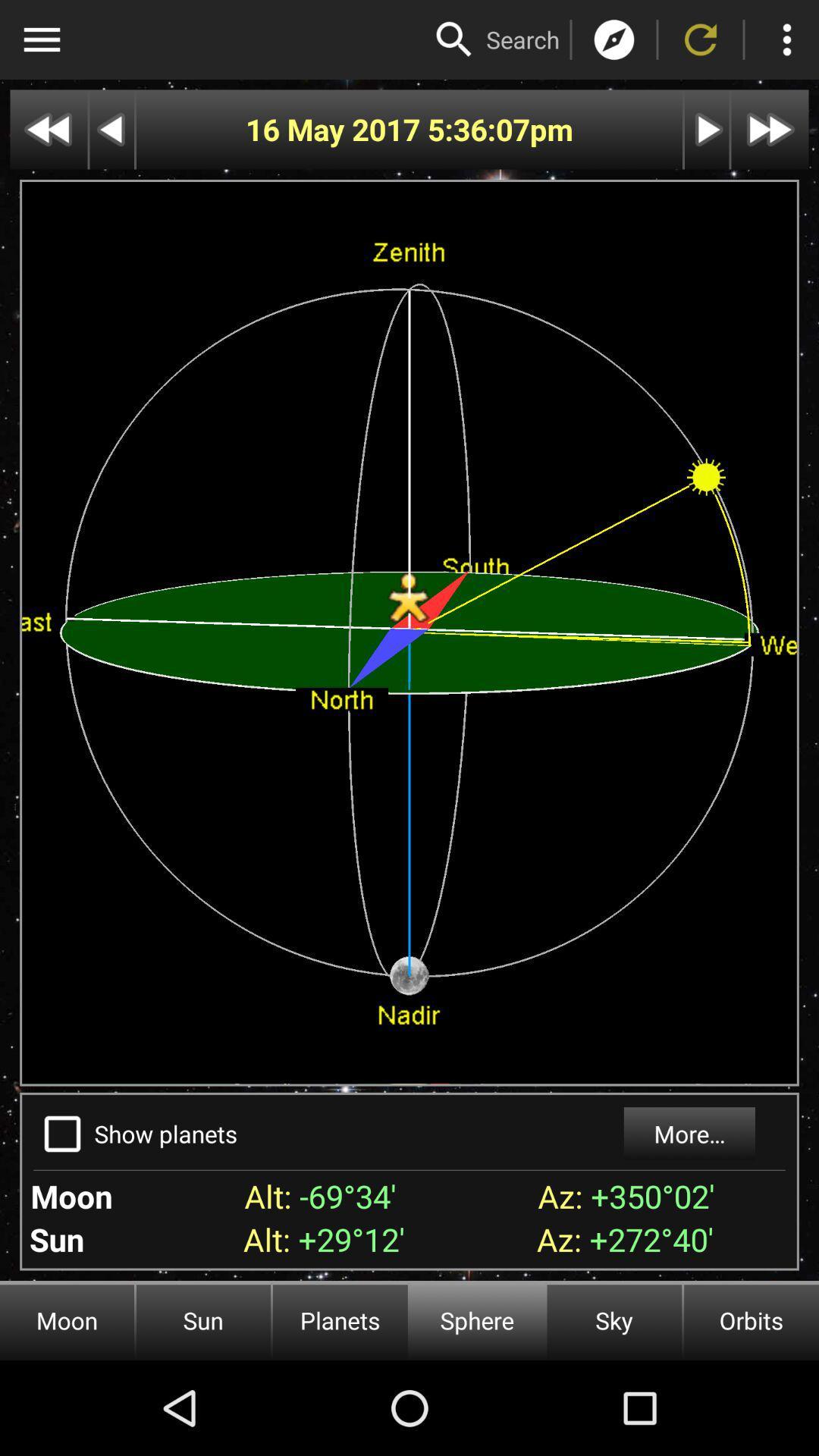 This screenshot has height=1456, width=819. What do you see at coordinates (48, 130) in the screenshot?
I see `go back` at bounding box center [48, 130].